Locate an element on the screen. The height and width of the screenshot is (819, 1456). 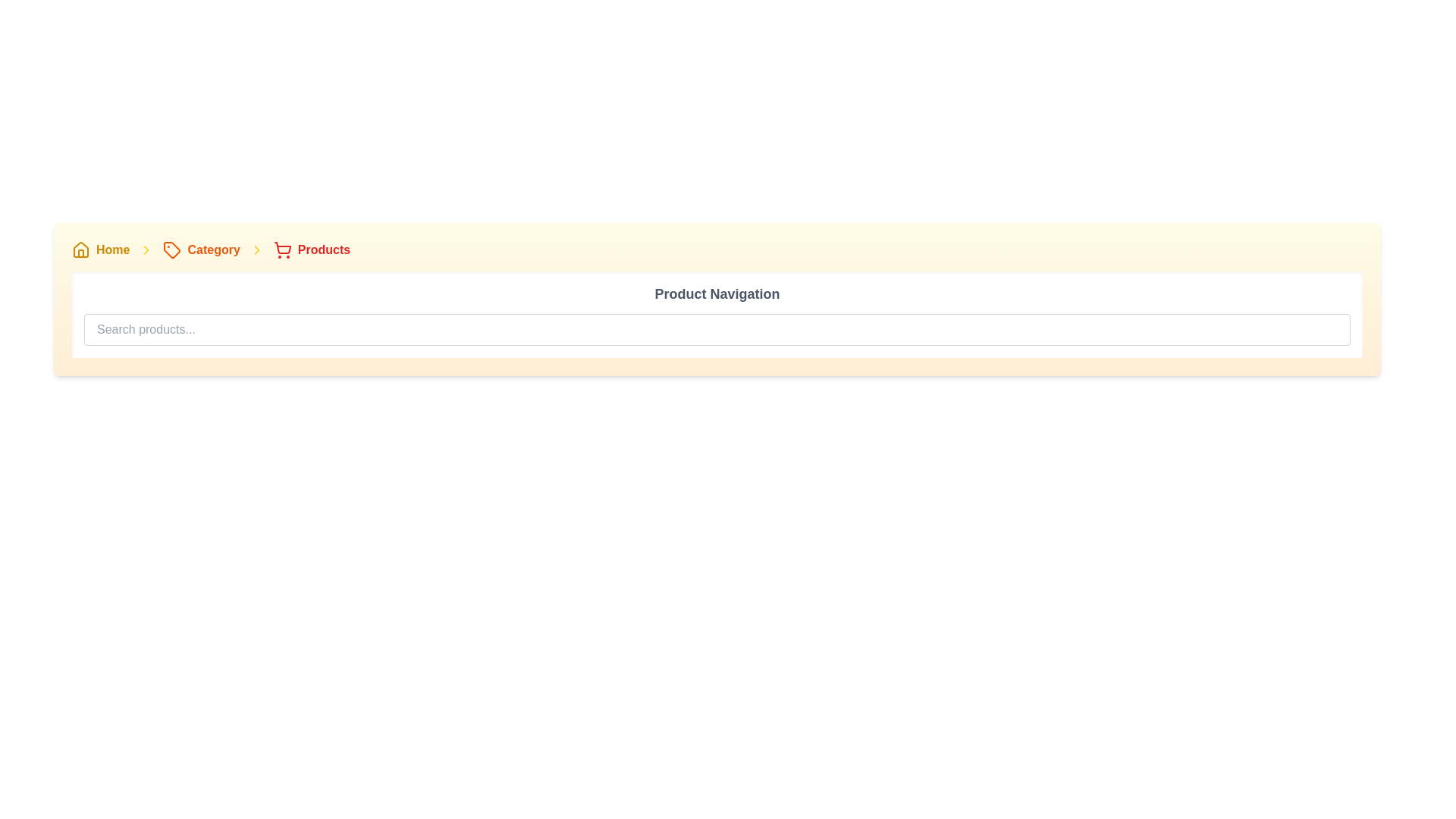
the chevron arrow icon pointing to the right, located in the breadcrumb navigation bar between 'Category' and 'Products' is located at coordinates (256, 249).